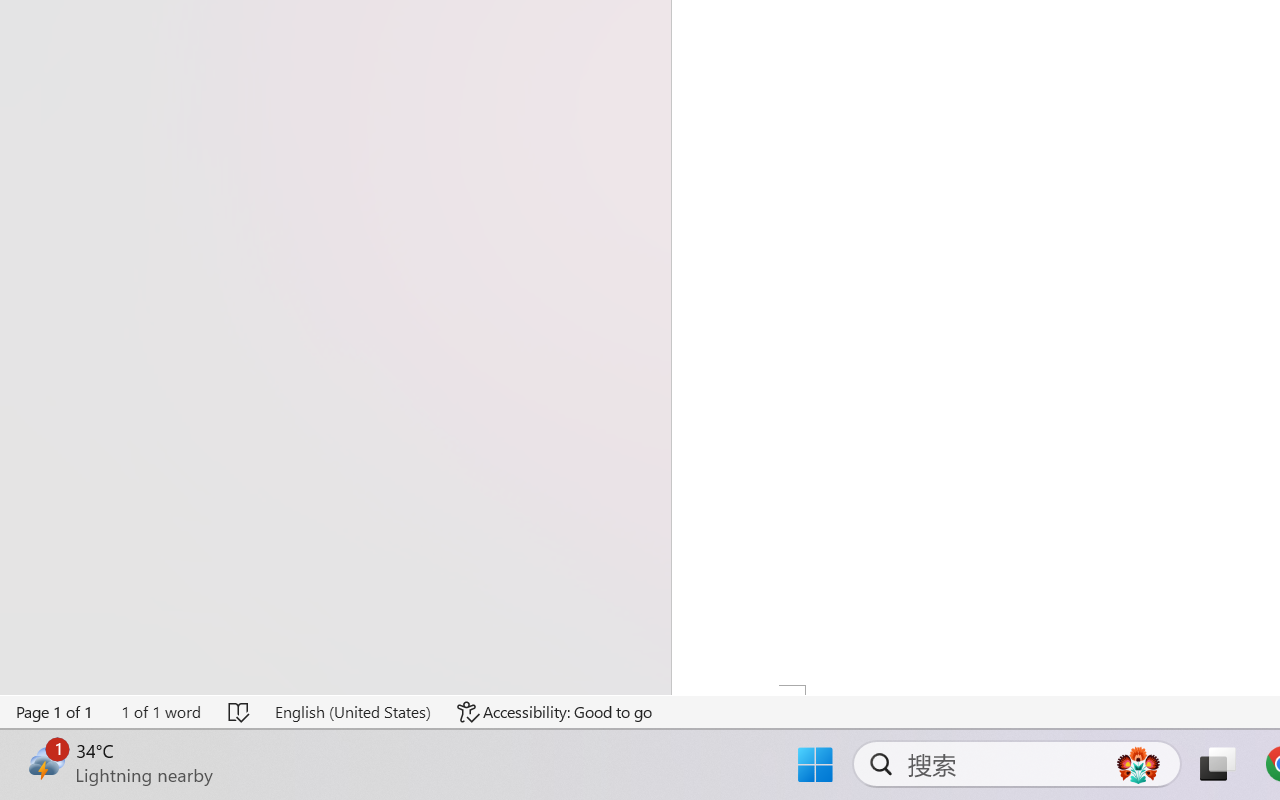 This screenshot has height=800, width=1280. What do you see at coordinates (240, 711) in the screenshot?
I see `'Spelling and Grammar Check No Errors'` at bounding box center [240, 711].